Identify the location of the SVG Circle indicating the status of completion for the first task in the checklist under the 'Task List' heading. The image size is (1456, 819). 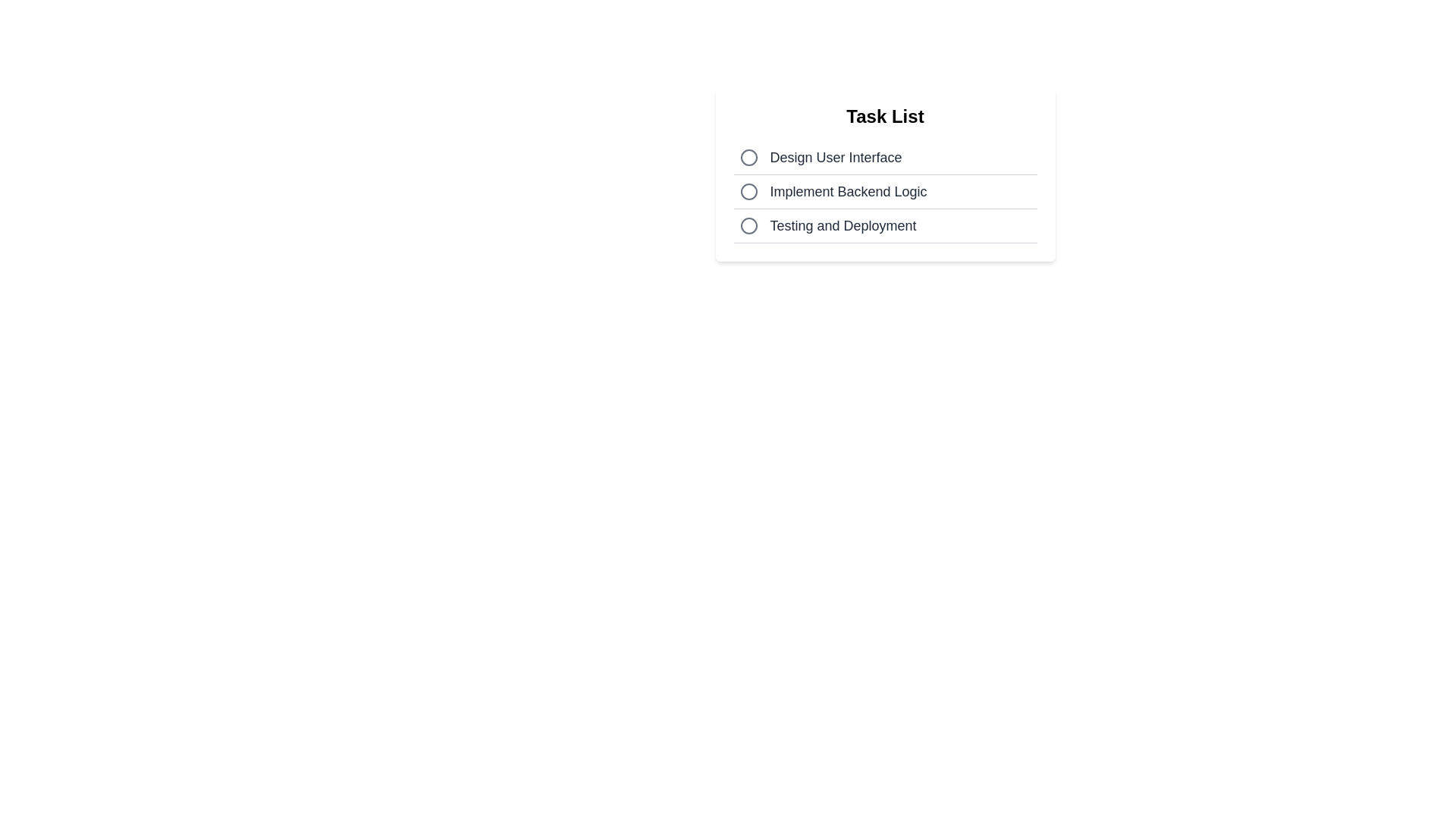
(748, 158).